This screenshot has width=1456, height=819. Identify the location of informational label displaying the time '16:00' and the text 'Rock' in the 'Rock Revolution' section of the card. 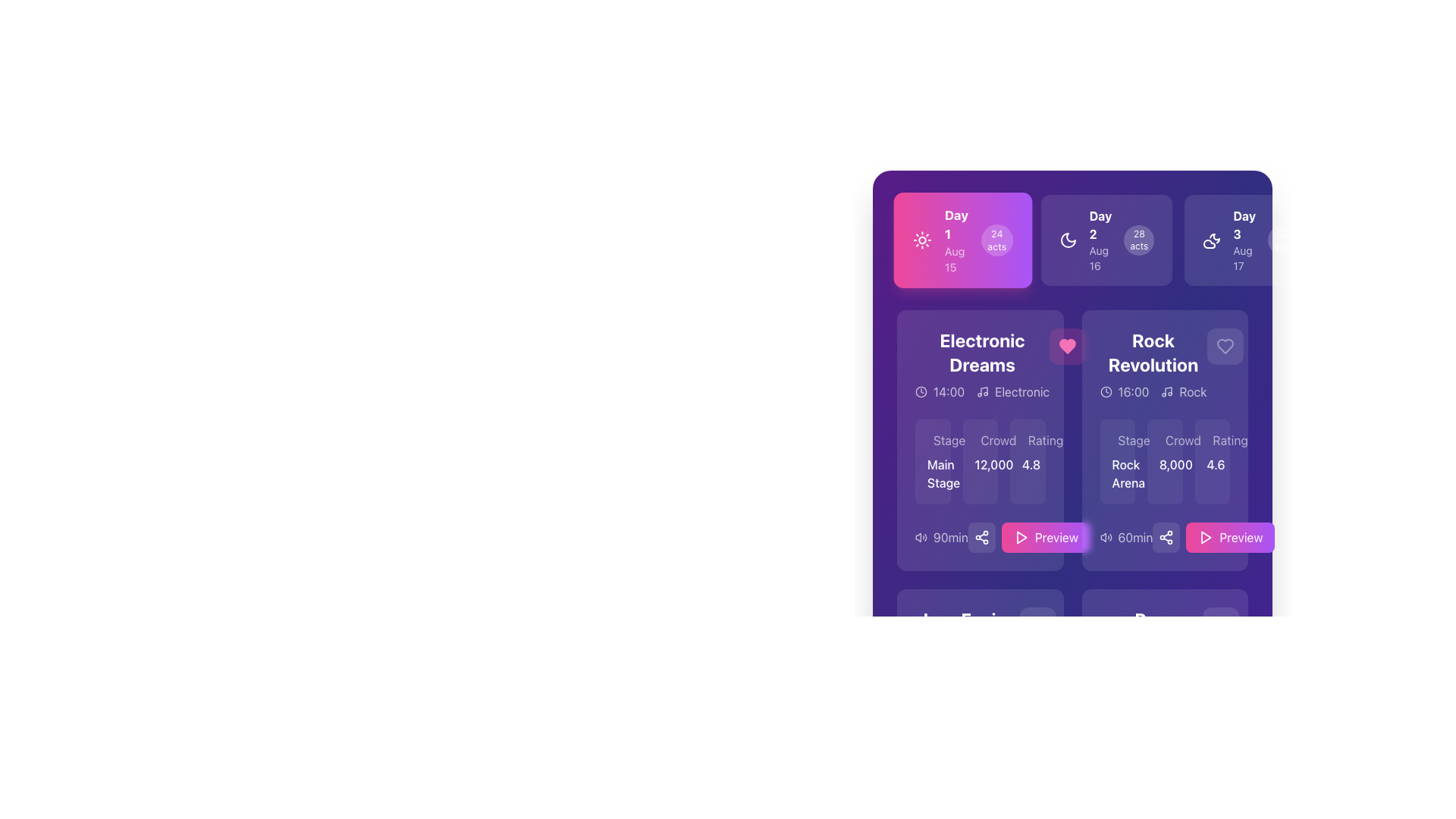
(1153, 391).